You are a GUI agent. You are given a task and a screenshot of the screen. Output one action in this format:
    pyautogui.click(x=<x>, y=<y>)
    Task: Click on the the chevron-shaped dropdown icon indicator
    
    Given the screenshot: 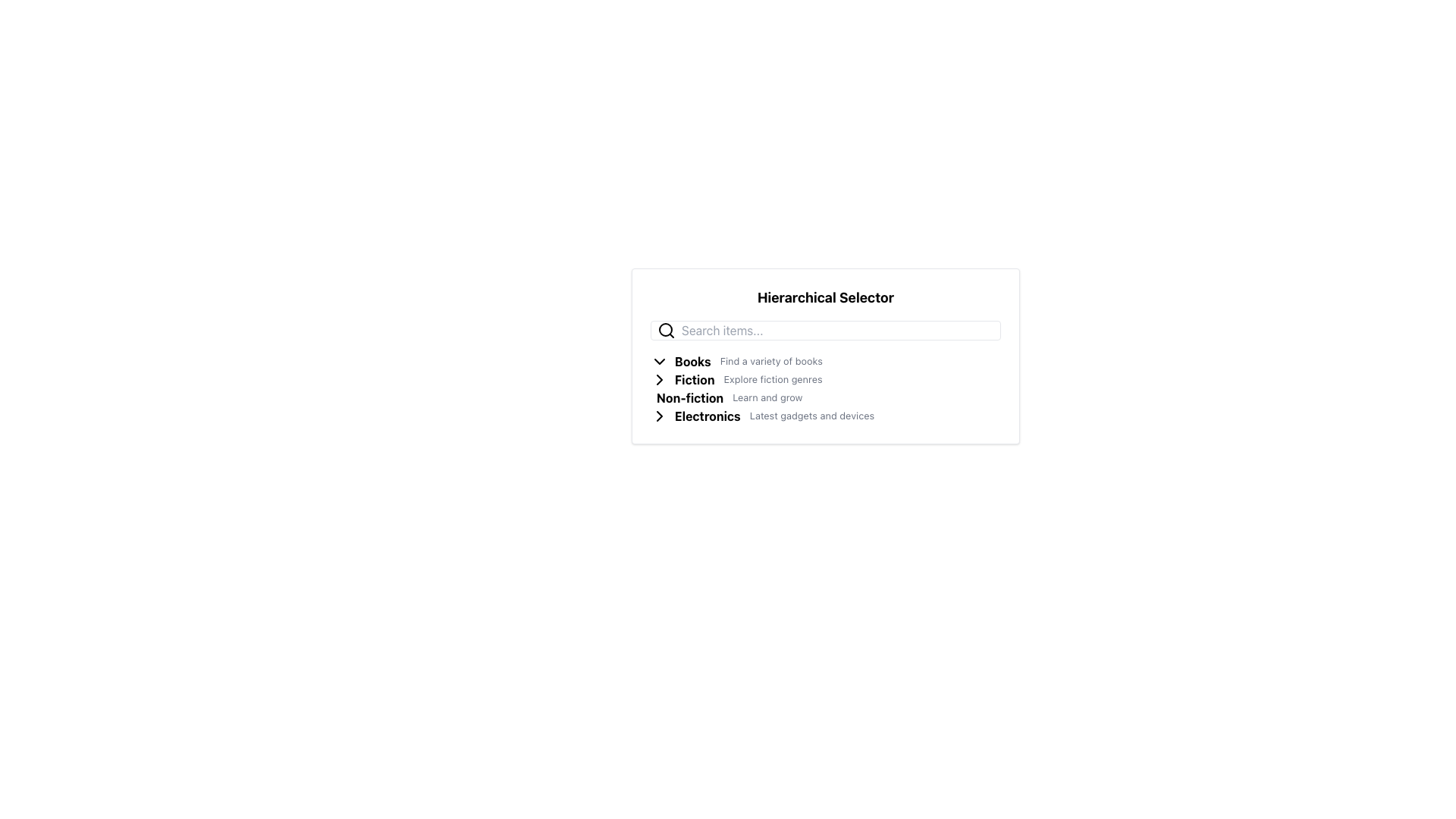 What is the action you would take?
    pyautogui.click(x=659, y=362)
    